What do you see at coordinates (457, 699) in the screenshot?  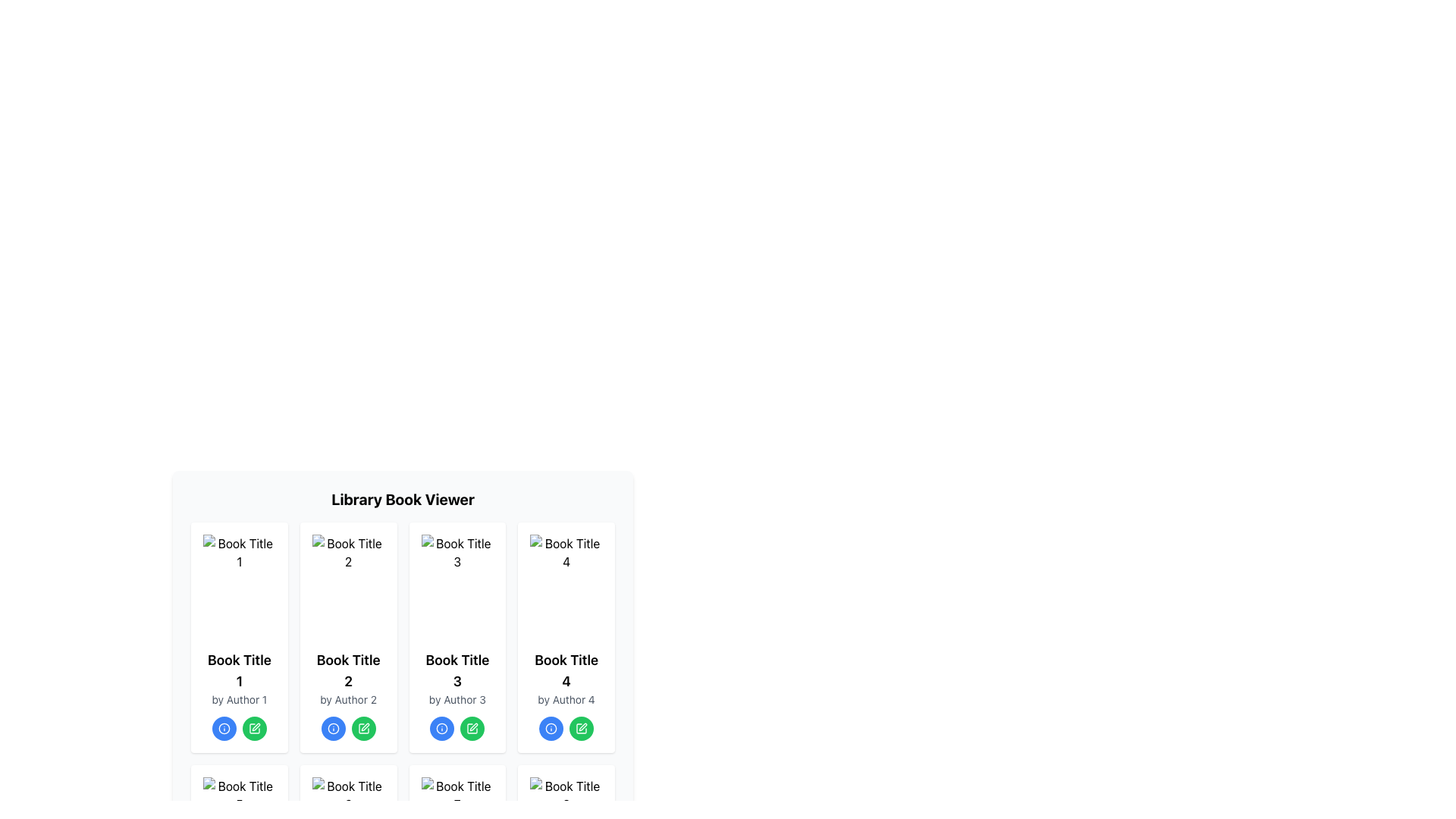 I see `the Text Label indicating the author of 'Book Title 3', which is located beneath the title and above interactive buttons` at bounding box center [457, 699].